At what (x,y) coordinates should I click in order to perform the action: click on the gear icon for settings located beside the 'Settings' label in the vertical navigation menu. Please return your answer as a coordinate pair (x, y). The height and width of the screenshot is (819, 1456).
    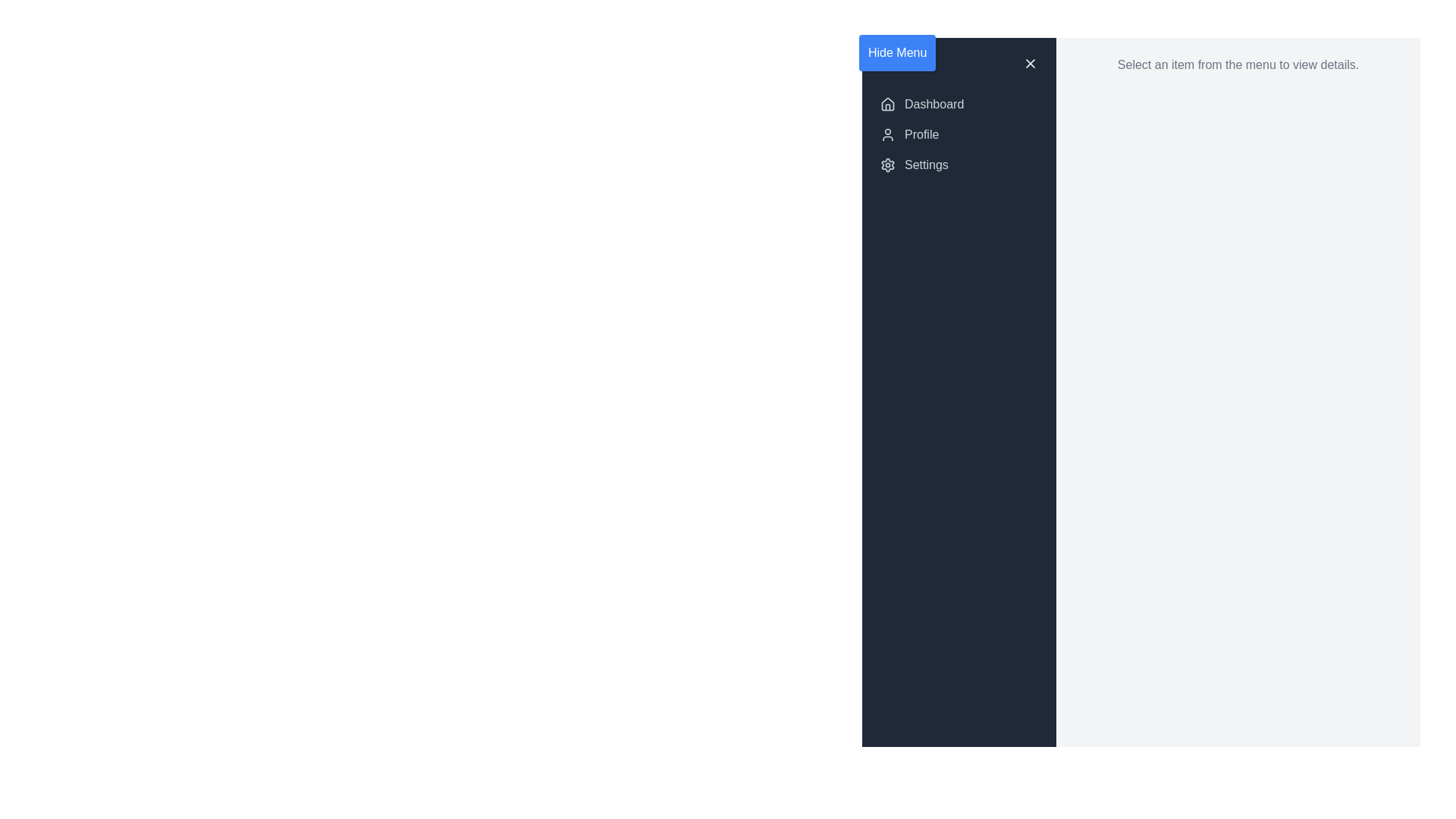
    Looking at the image, I should click on (888, 165).